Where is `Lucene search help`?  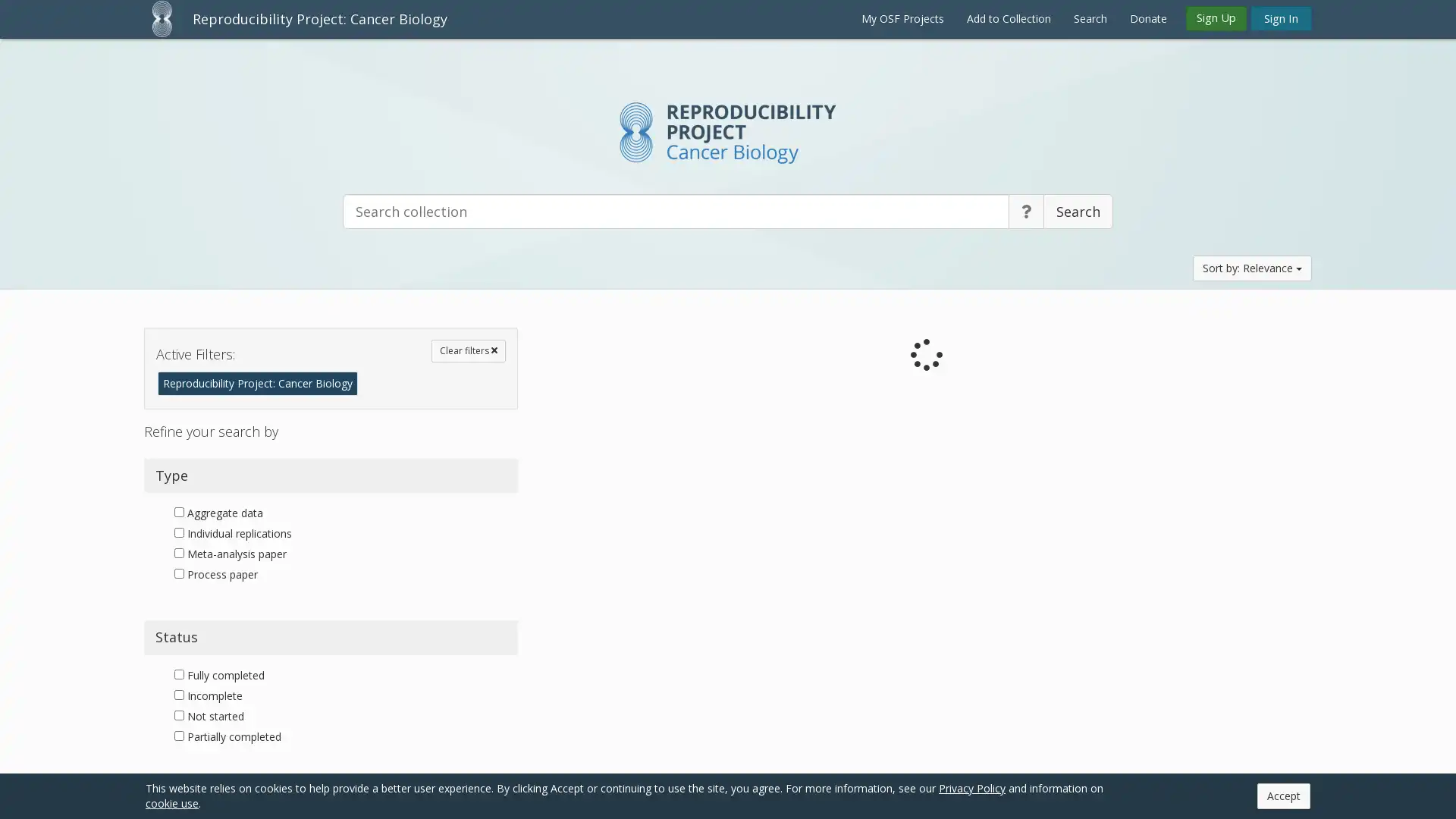
Lucene search help is located at coordinates (1026, 211).